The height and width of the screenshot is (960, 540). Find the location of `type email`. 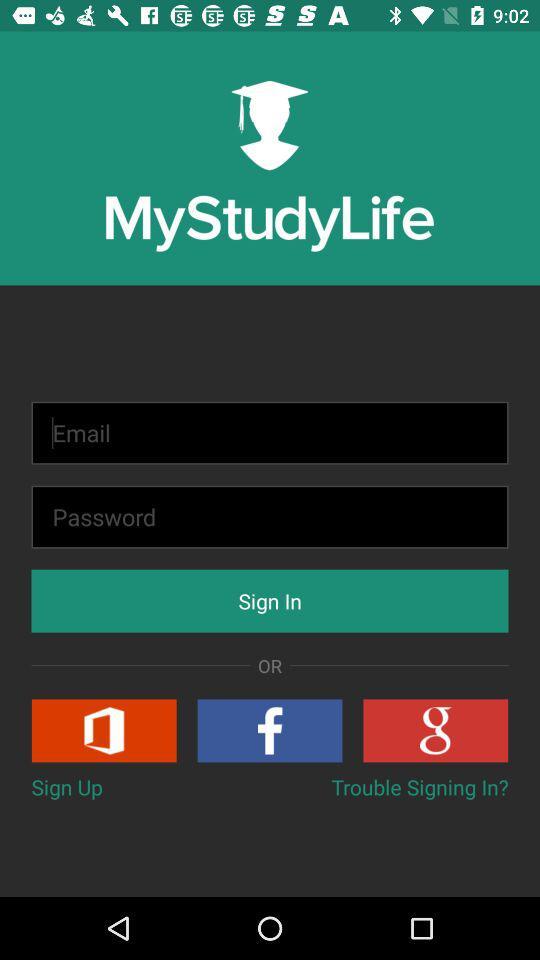

type email is located at coordinates (270, 433).